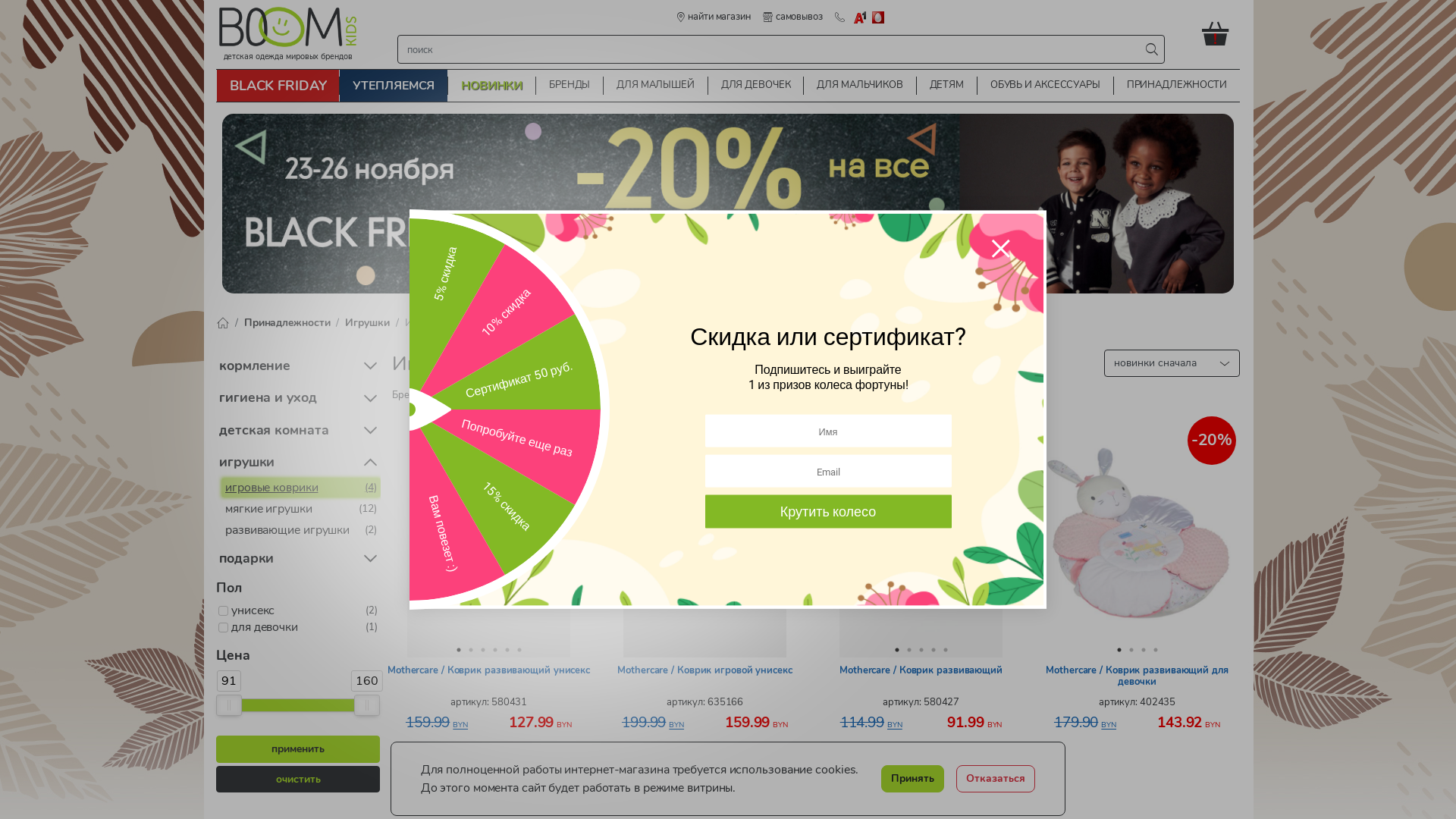  What do you see at coordinates (944, 648) in the screenshot?
I see `'5'` at bounding box center [944, 648].